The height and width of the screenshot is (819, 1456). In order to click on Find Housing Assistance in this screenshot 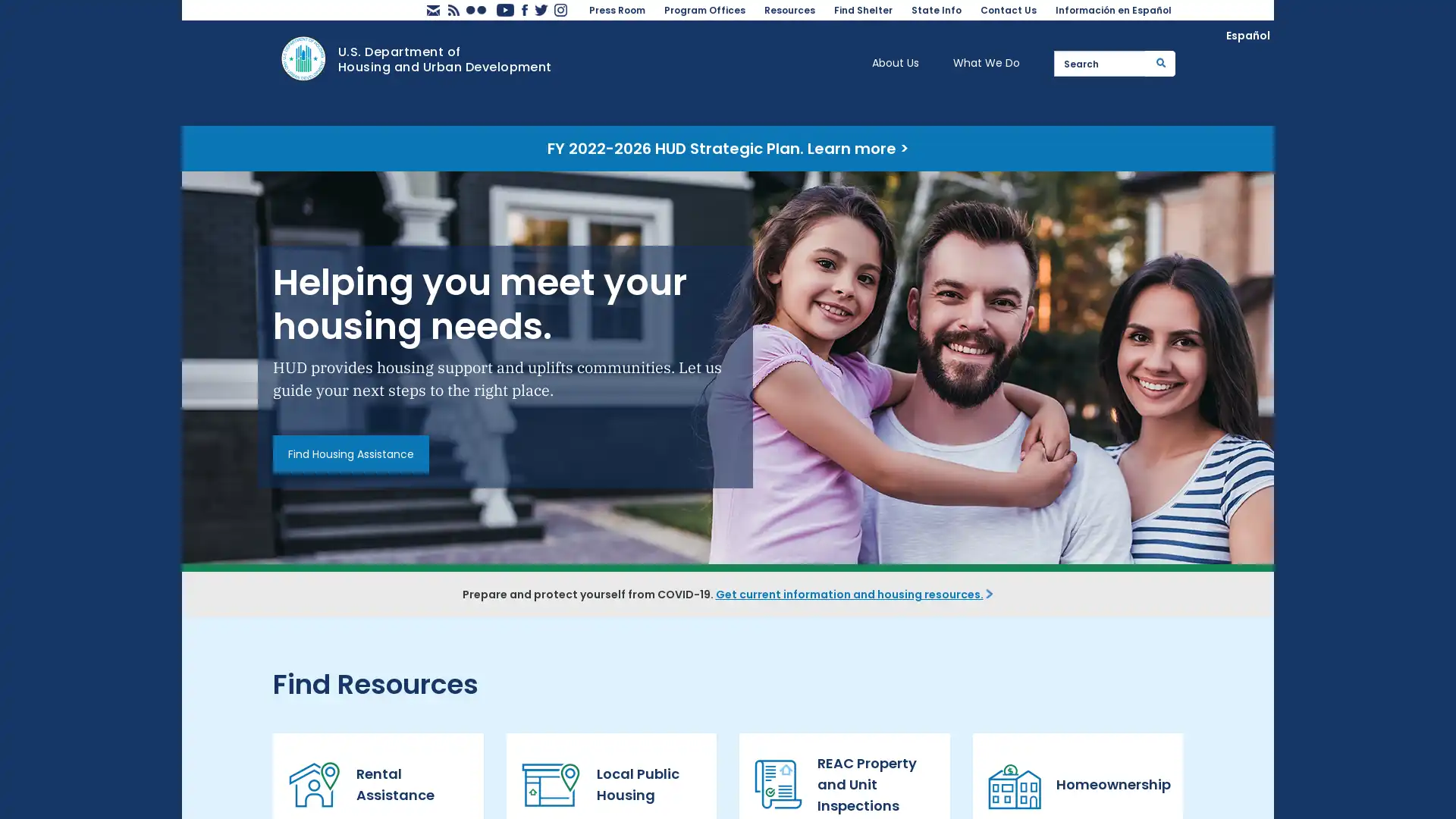, I will do `click(350, 453)`.